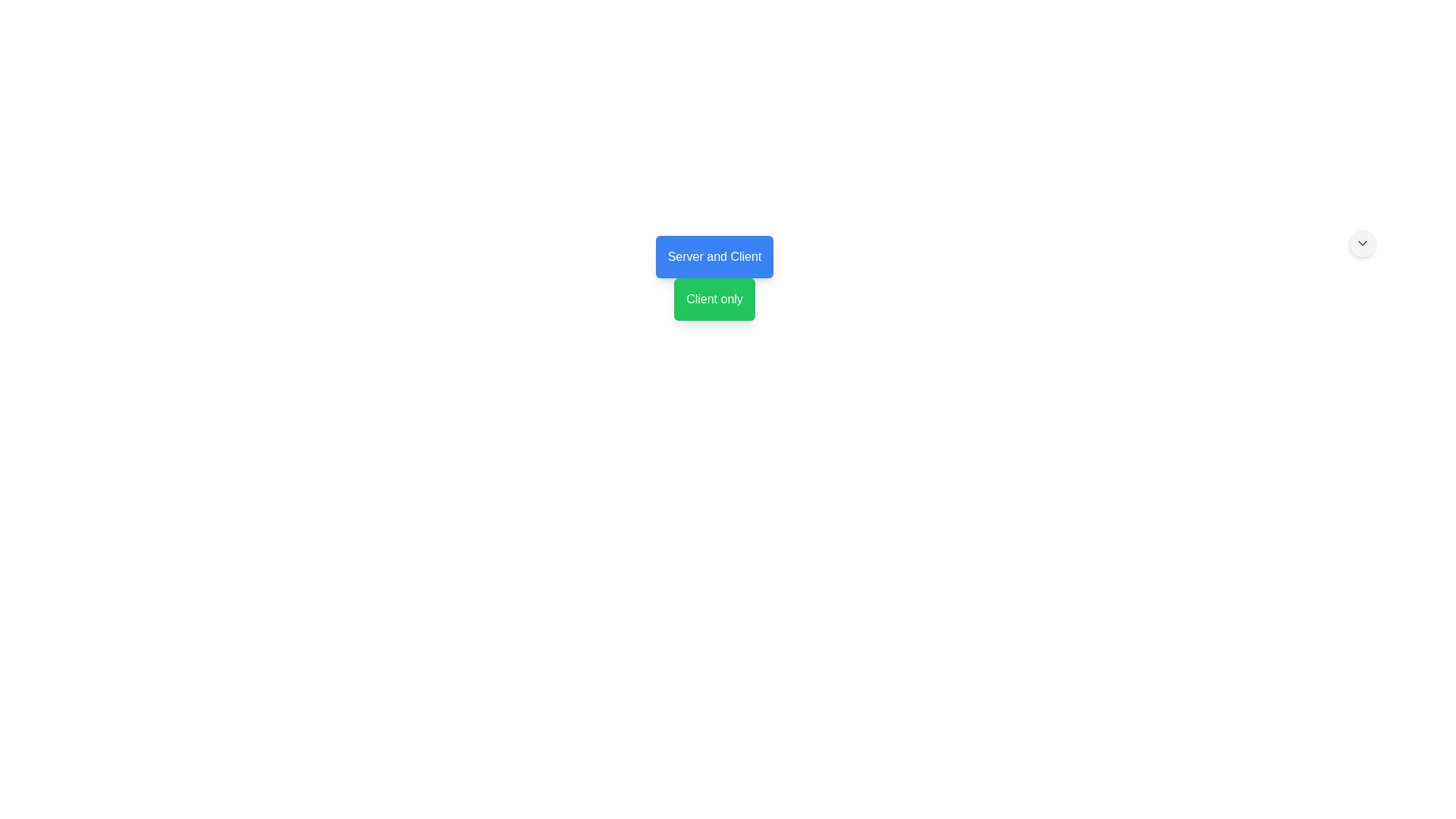 The image size is (1456, 819). Describe the element at coordinates (714, 256) in the screenshot. I see `the informational label titled 'Server and Client', which is a non-interactive element located above the 'Client only' button` at that location.